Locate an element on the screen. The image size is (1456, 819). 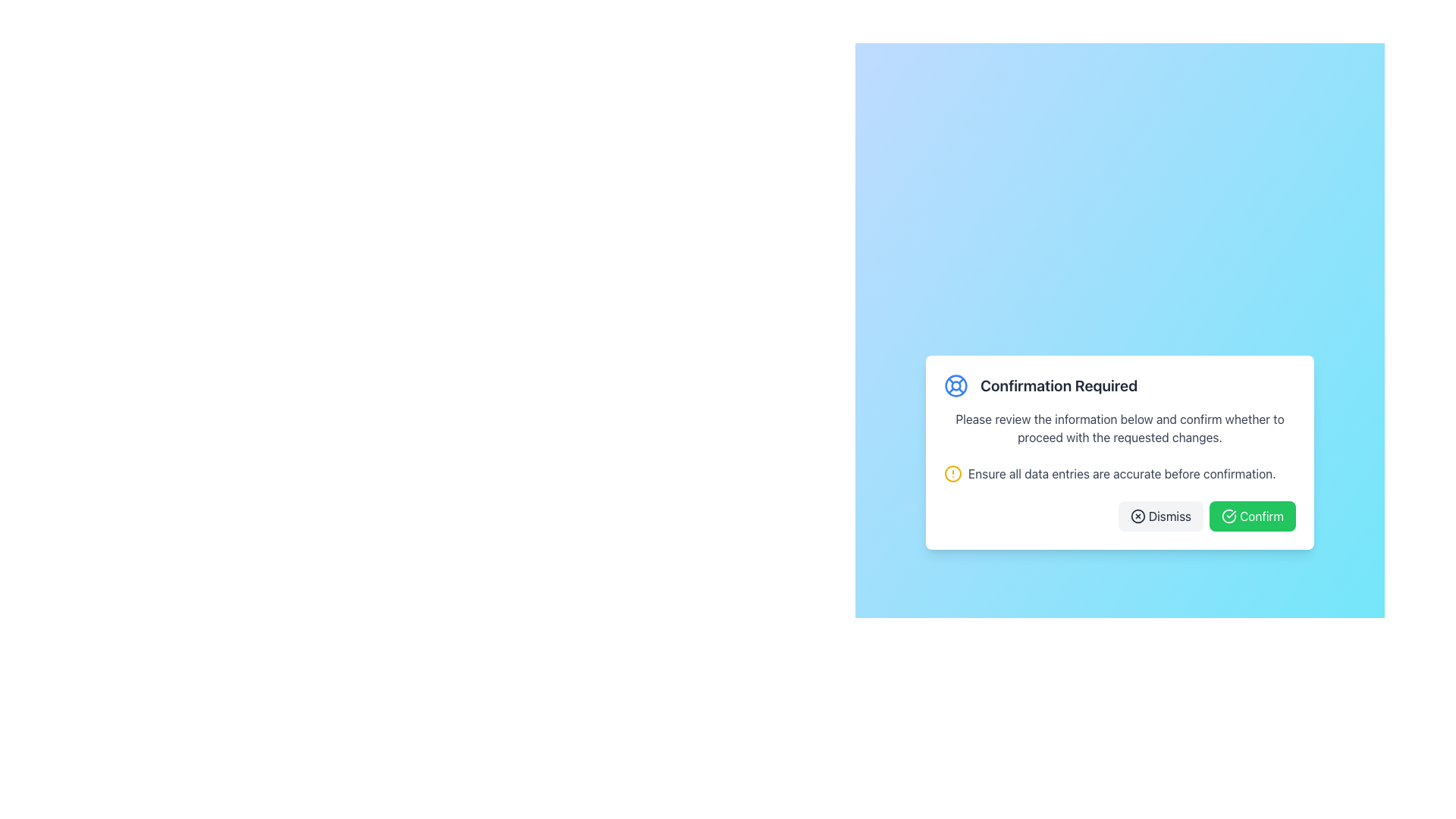
the 'Dismiss' button with rounded corners, light gray background, and black text is located at coordinates (1159, 516).